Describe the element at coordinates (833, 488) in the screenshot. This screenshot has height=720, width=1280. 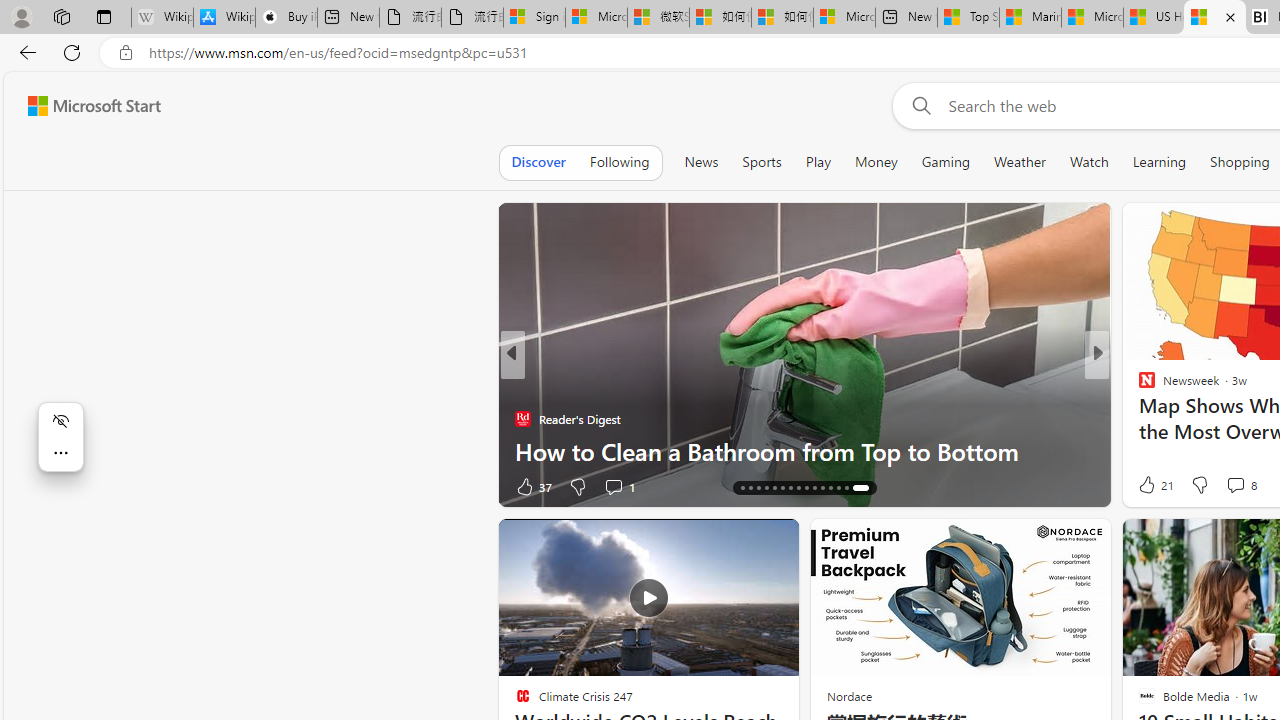
I see `'AutomationID: tab-26'` at that location.